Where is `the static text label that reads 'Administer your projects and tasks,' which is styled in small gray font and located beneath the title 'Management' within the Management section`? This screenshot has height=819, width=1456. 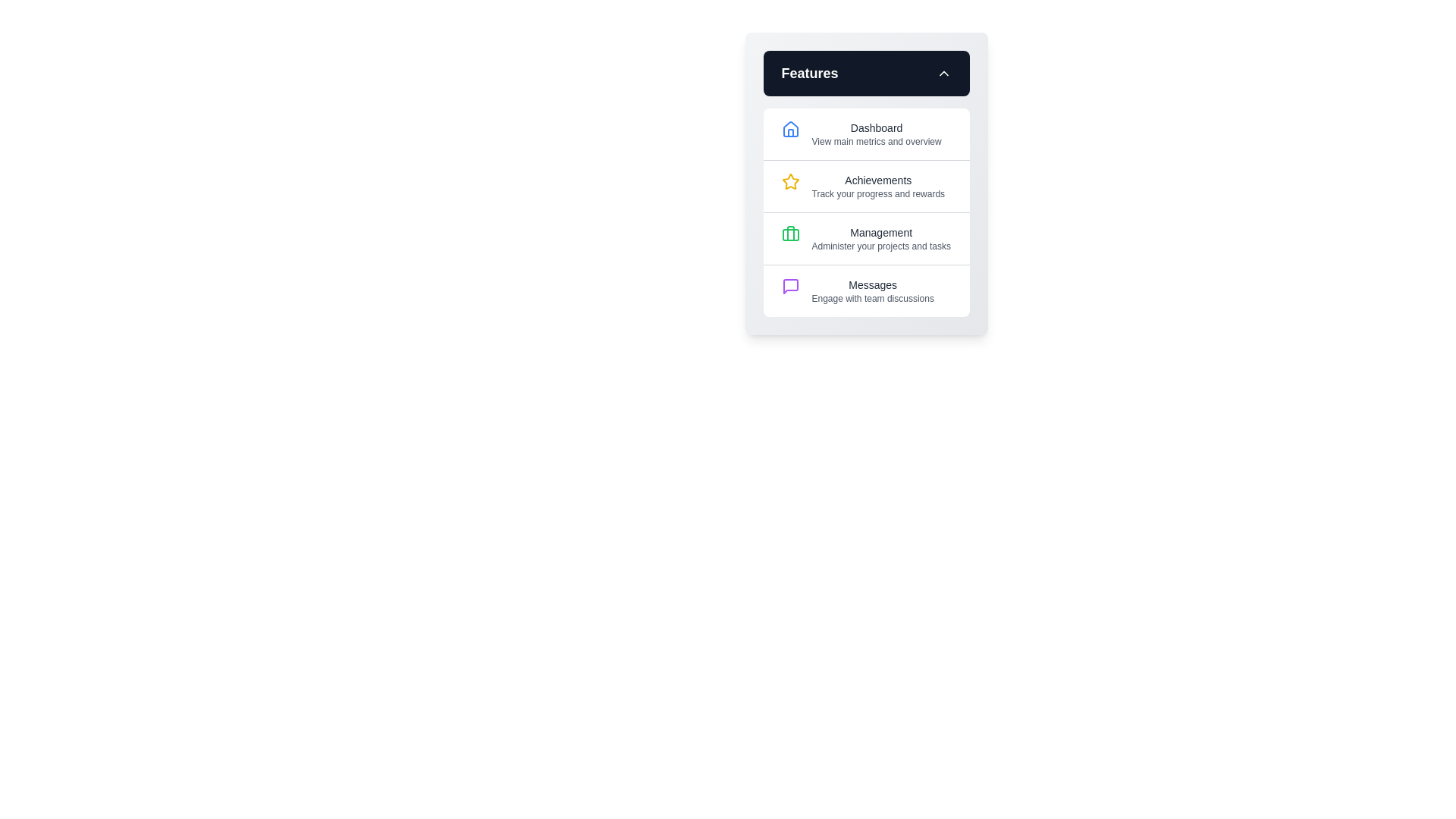 the static text label that reads 'Administer your projects and tasks,' which is styled in small gray font and located beneath the title 'Management' within the Management section is located at coordinates (881, 245).